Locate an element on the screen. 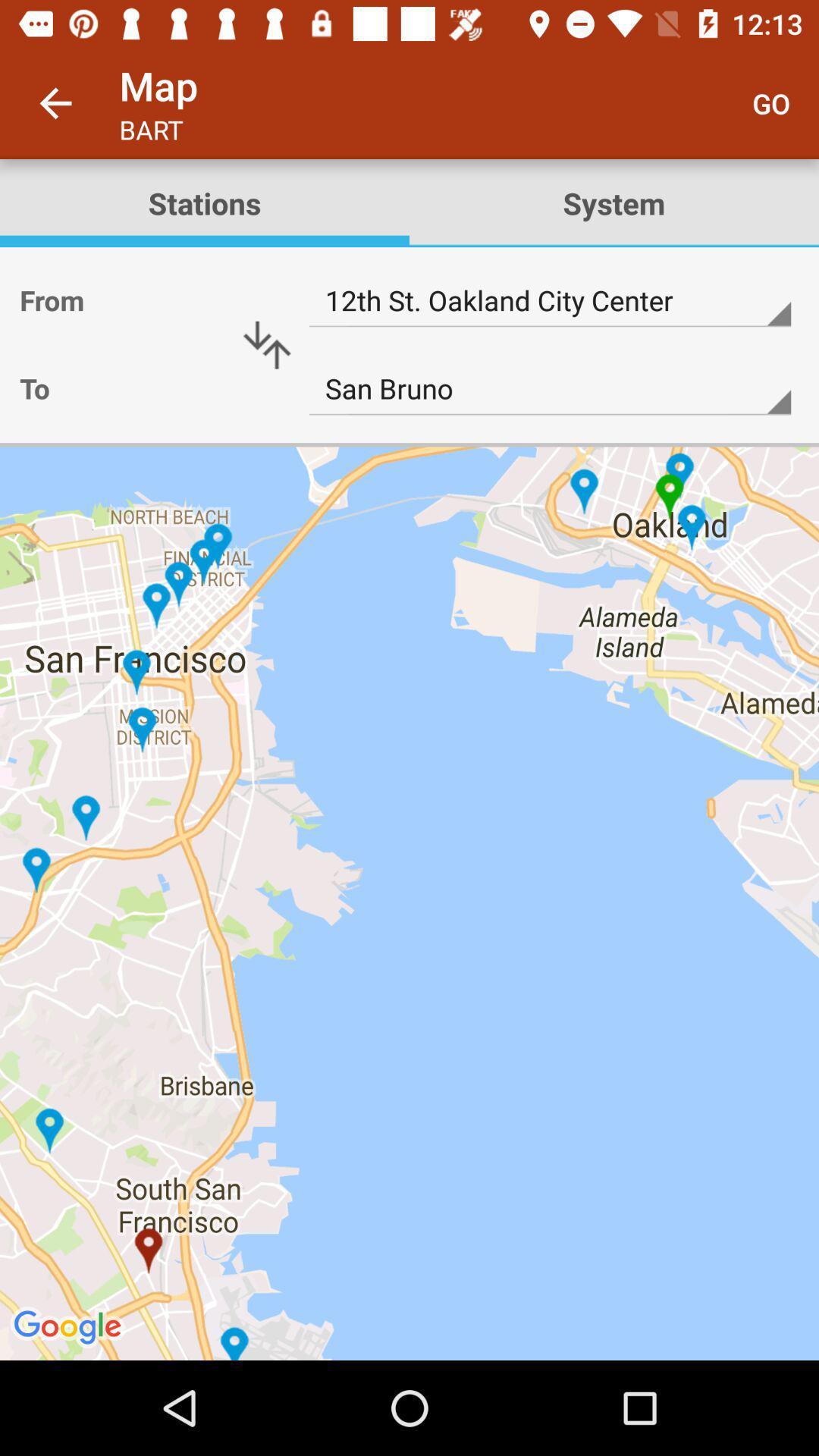 This screenshot has height=1456, width=819. switch from and to location is located at coordinates (266, 344).